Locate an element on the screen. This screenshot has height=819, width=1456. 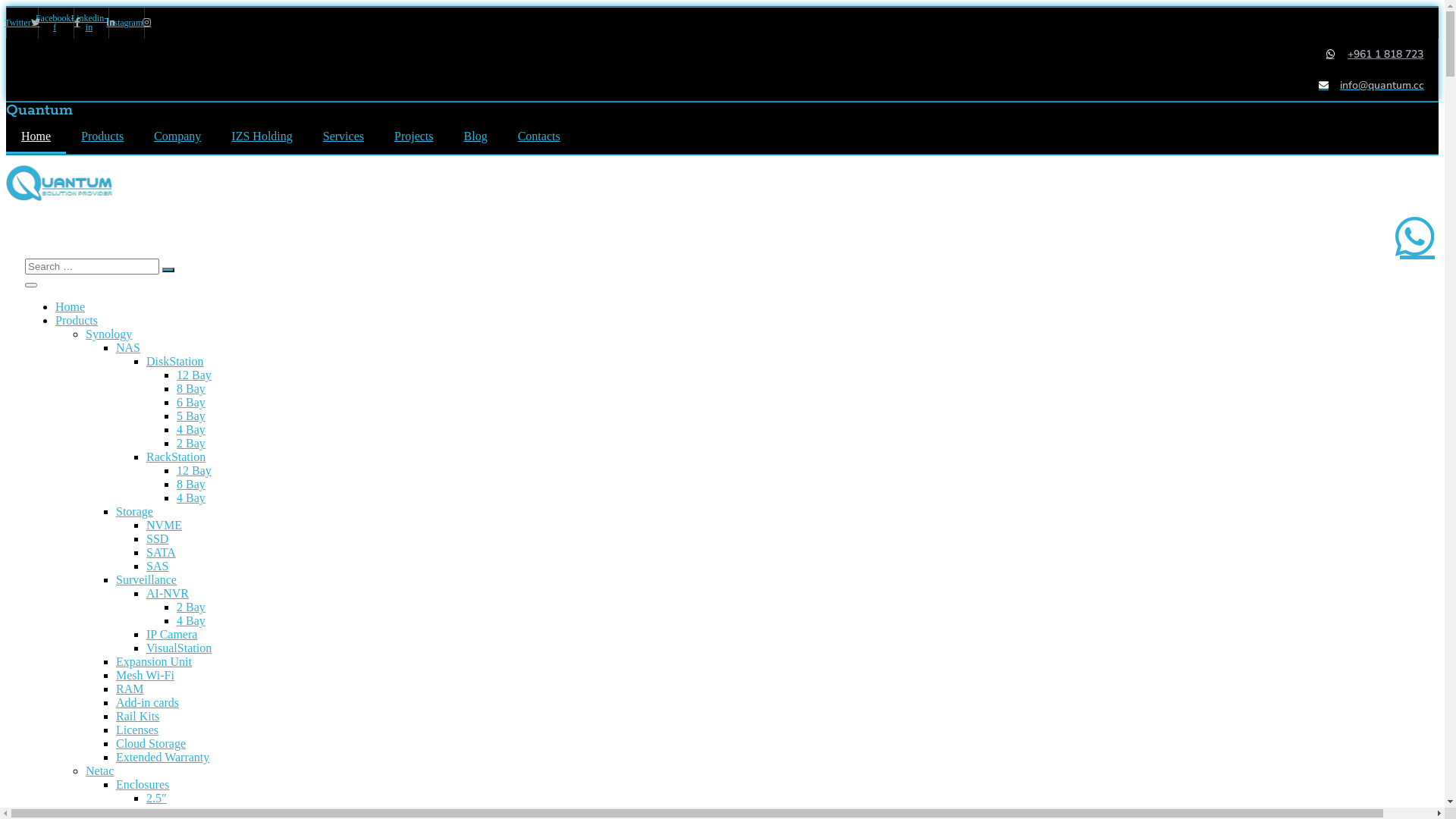
'4 Bay' is located at coordinates (190, 429).